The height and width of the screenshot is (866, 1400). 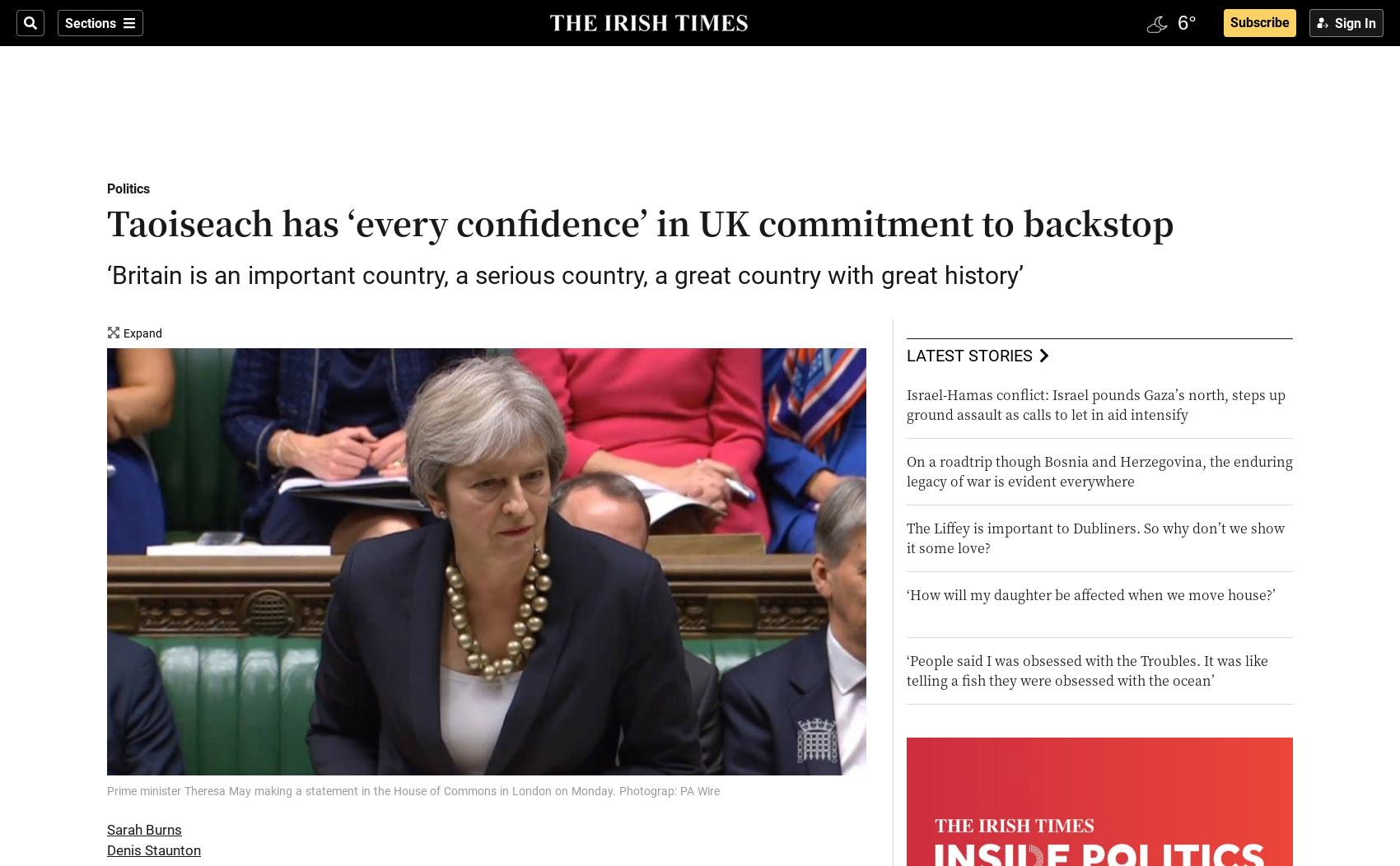 I want to click on '‘How will my daughter be affected when we move house?’', so click(x=906, y=594).